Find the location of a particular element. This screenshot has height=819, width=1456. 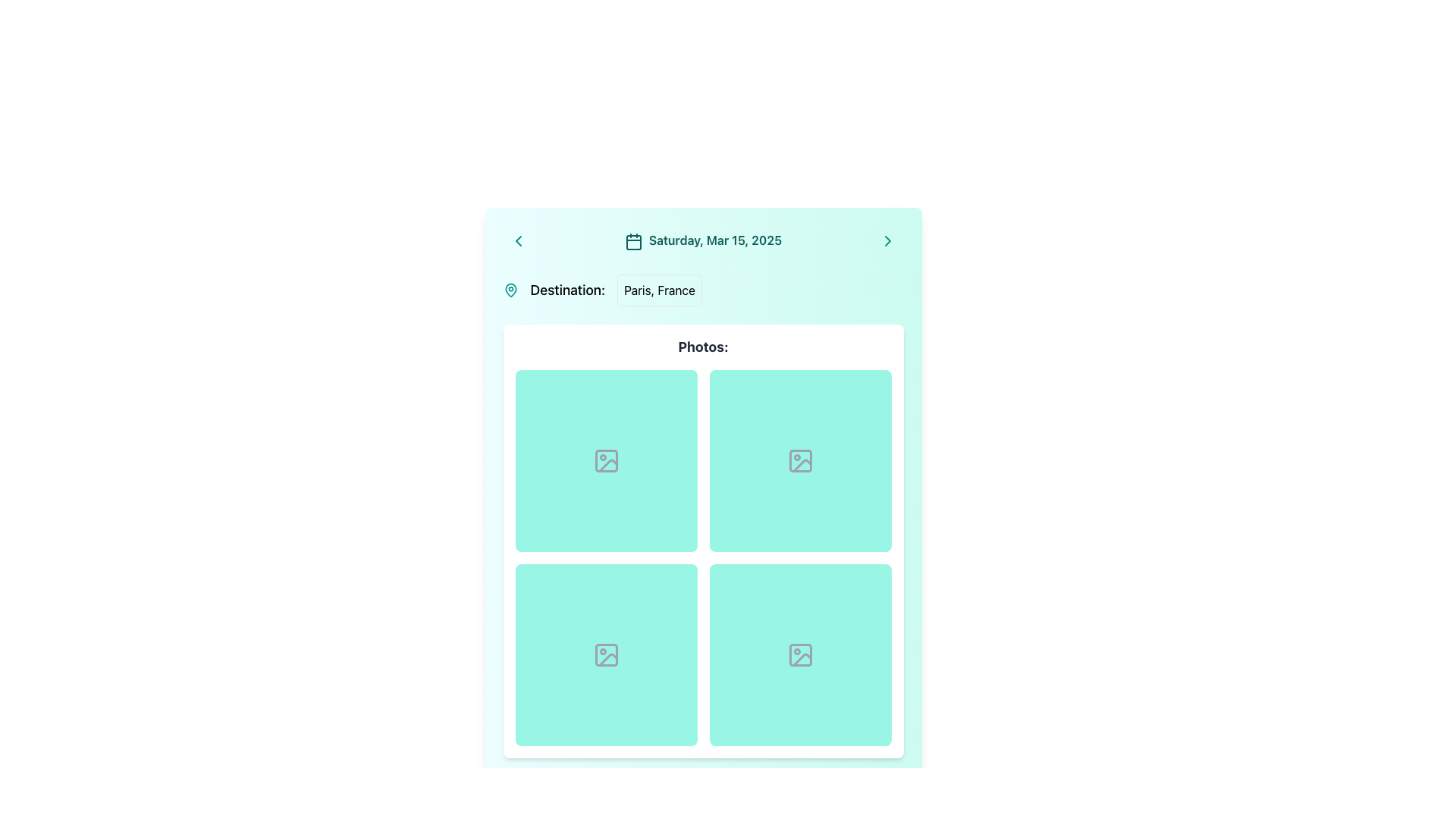

the minimalist teal calendar icon located to the left of the text 'Saturday, Mar 15, 2025' is located at coordinates (633, 240).